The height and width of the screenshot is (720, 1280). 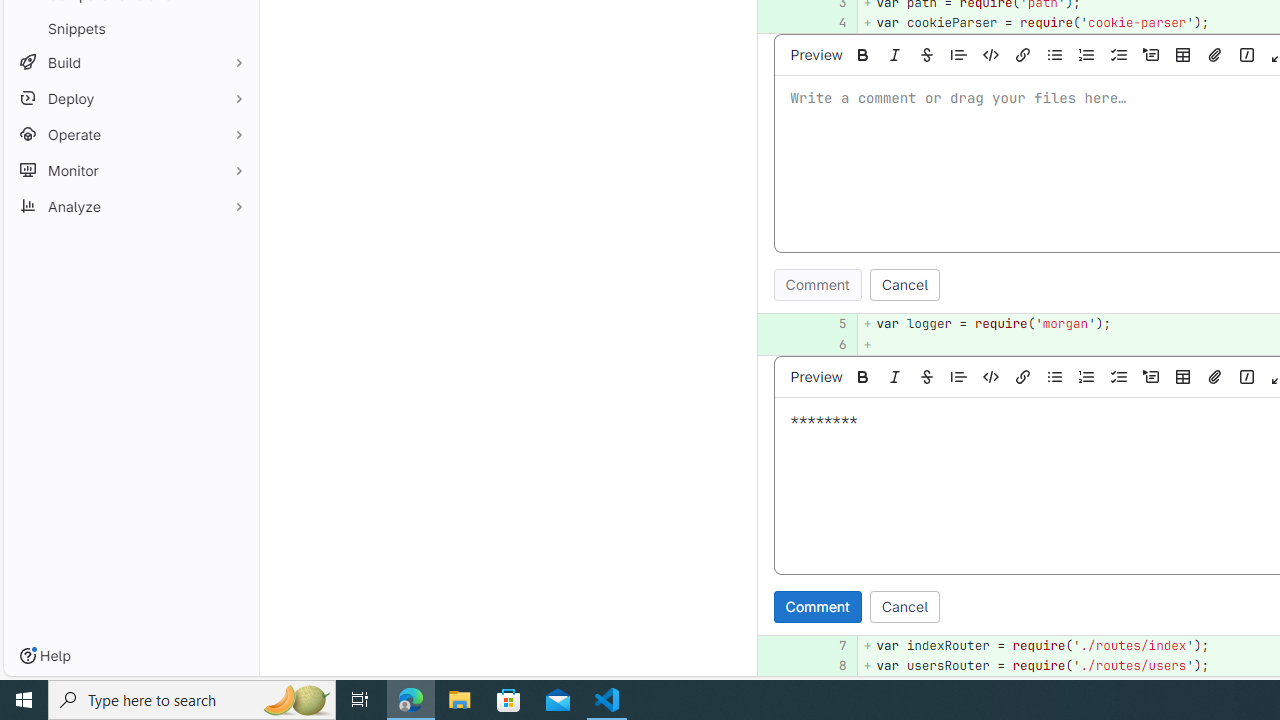 What do you see at coordinates (894, 376) in the screenshot?
I see `'Add italic text (Ctrl+I)'` at bounding box center [894, 376].